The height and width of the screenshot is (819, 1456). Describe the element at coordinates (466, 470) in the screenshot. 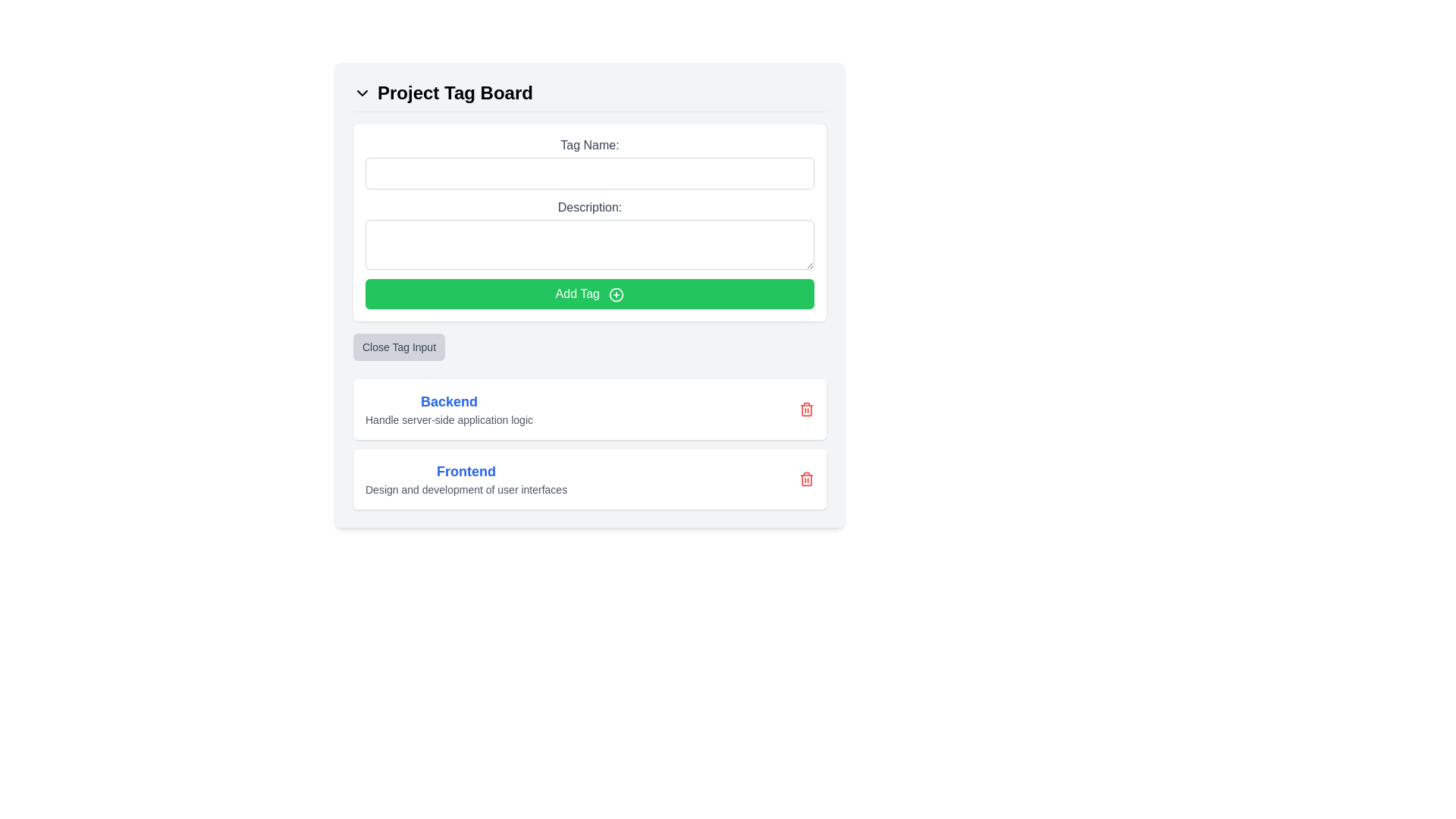

I see `the header text that categorizes and summarizes the tasks related to frontend design and development, located below the 'Backend' section` at that location.